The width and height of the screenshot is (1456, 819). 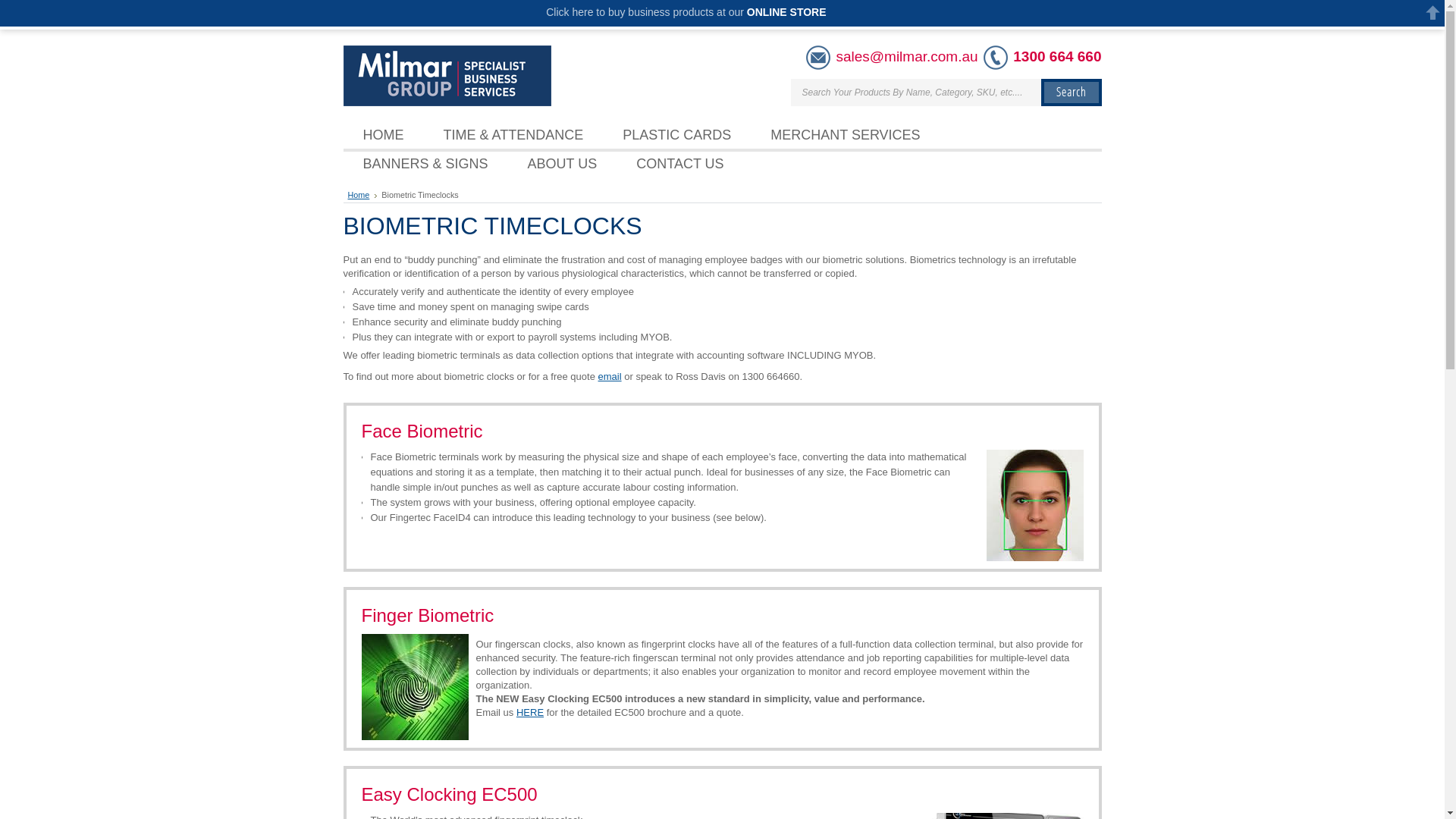 What do you see at coordinates (602, 133) in the screenshot?
I see `'PLASTIC CARDS'` at bounding box center [602, 133].